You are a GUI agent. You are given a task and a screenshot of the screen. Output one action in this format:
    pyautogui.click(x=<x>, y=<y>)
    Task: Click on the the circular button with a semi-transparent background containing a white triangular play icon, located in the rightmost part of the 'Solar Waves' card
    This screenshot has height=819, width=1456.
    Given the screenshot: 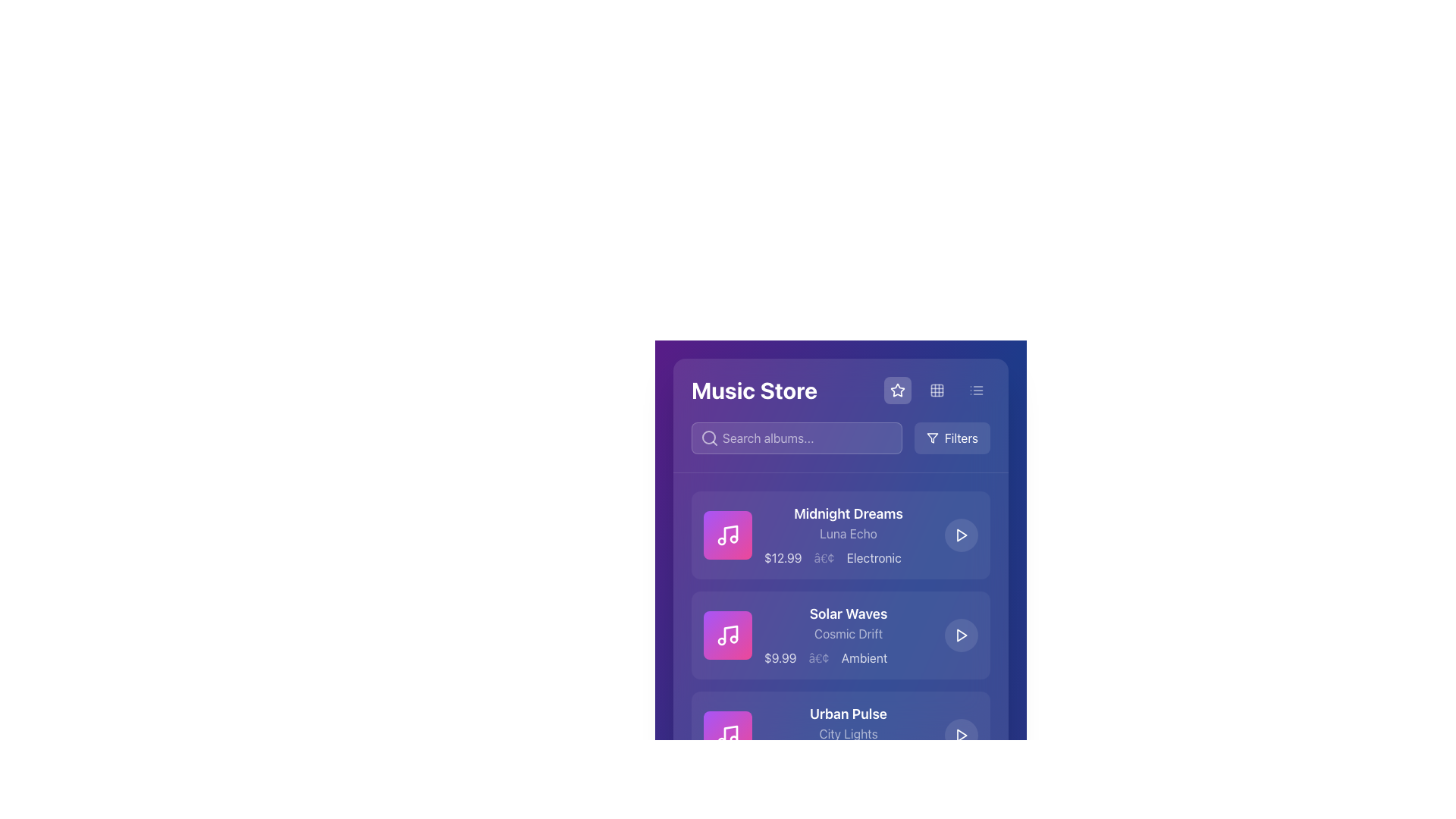 What is the action you would take?
    pyautogui.click(x=960, y=635)
    